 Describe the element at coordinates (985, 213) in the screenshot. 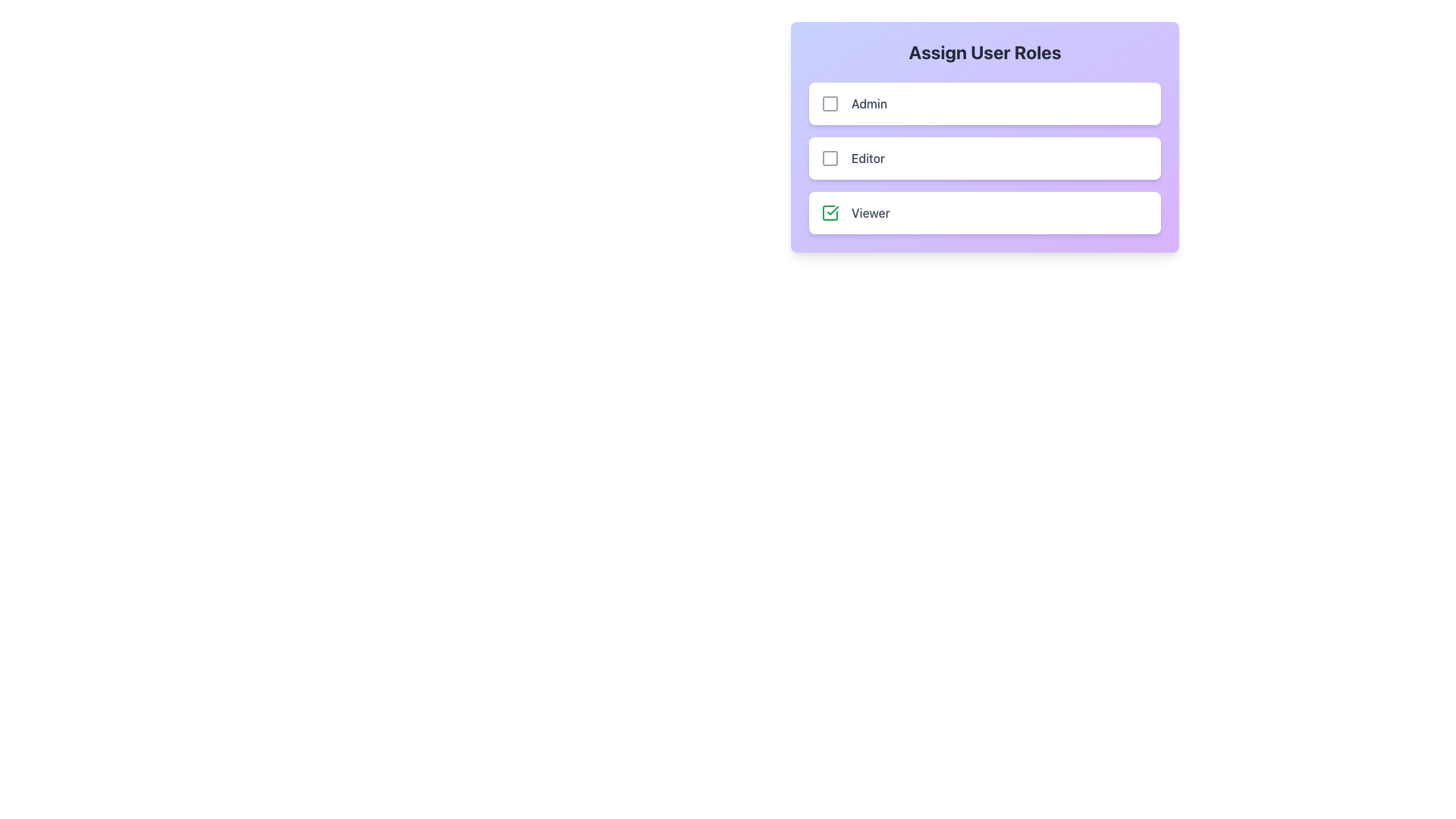

I see `the checkbox associated with the 'Viewer' role` at that location.